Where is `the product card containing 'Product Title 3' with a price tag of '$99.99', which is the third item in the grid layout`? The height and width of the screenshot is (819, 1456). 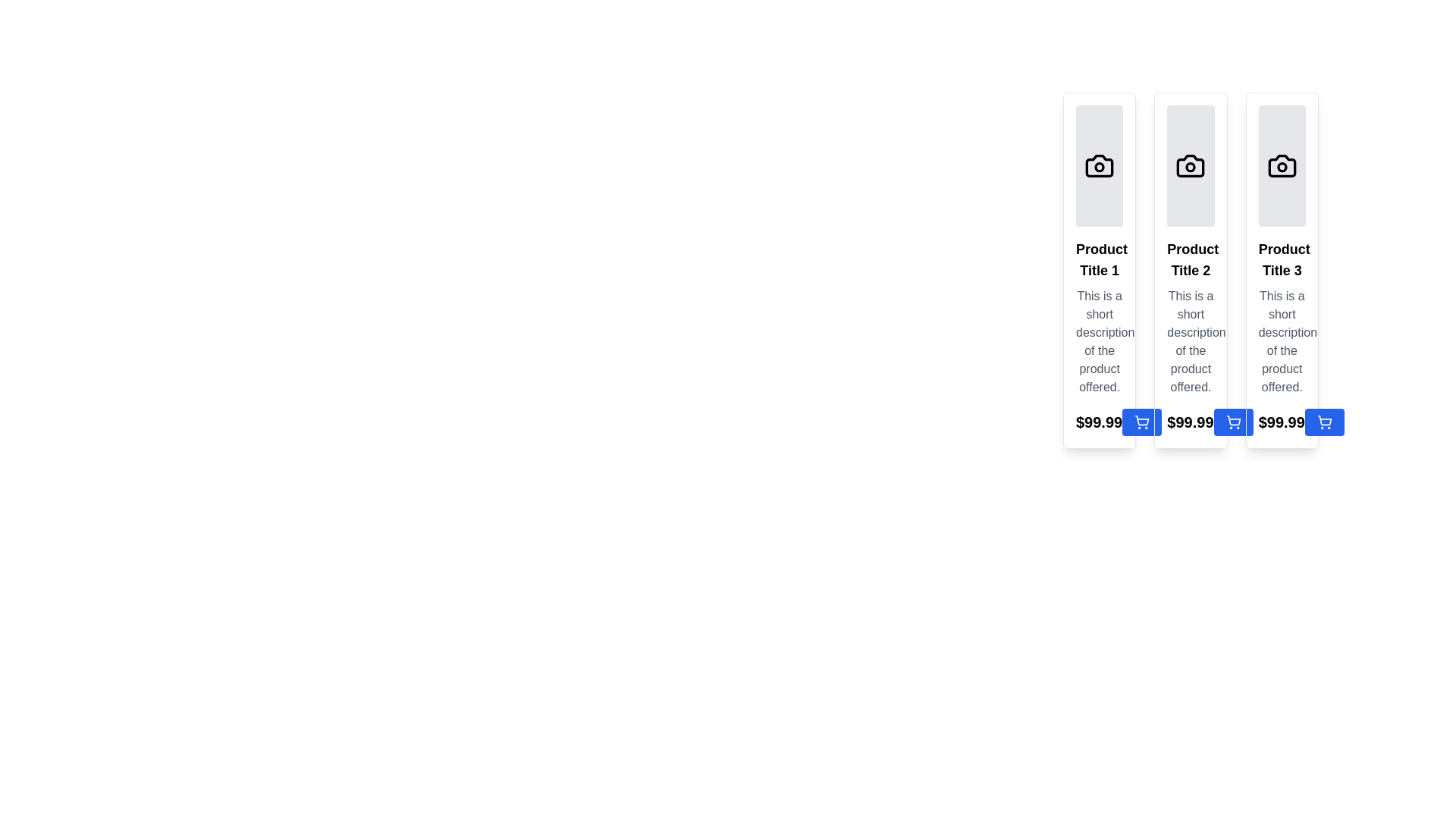
the product card containing 'Product Title 3' with a price tag of '$99.99', which is the third item in the grid layout is located at coordinates (1281, 270).